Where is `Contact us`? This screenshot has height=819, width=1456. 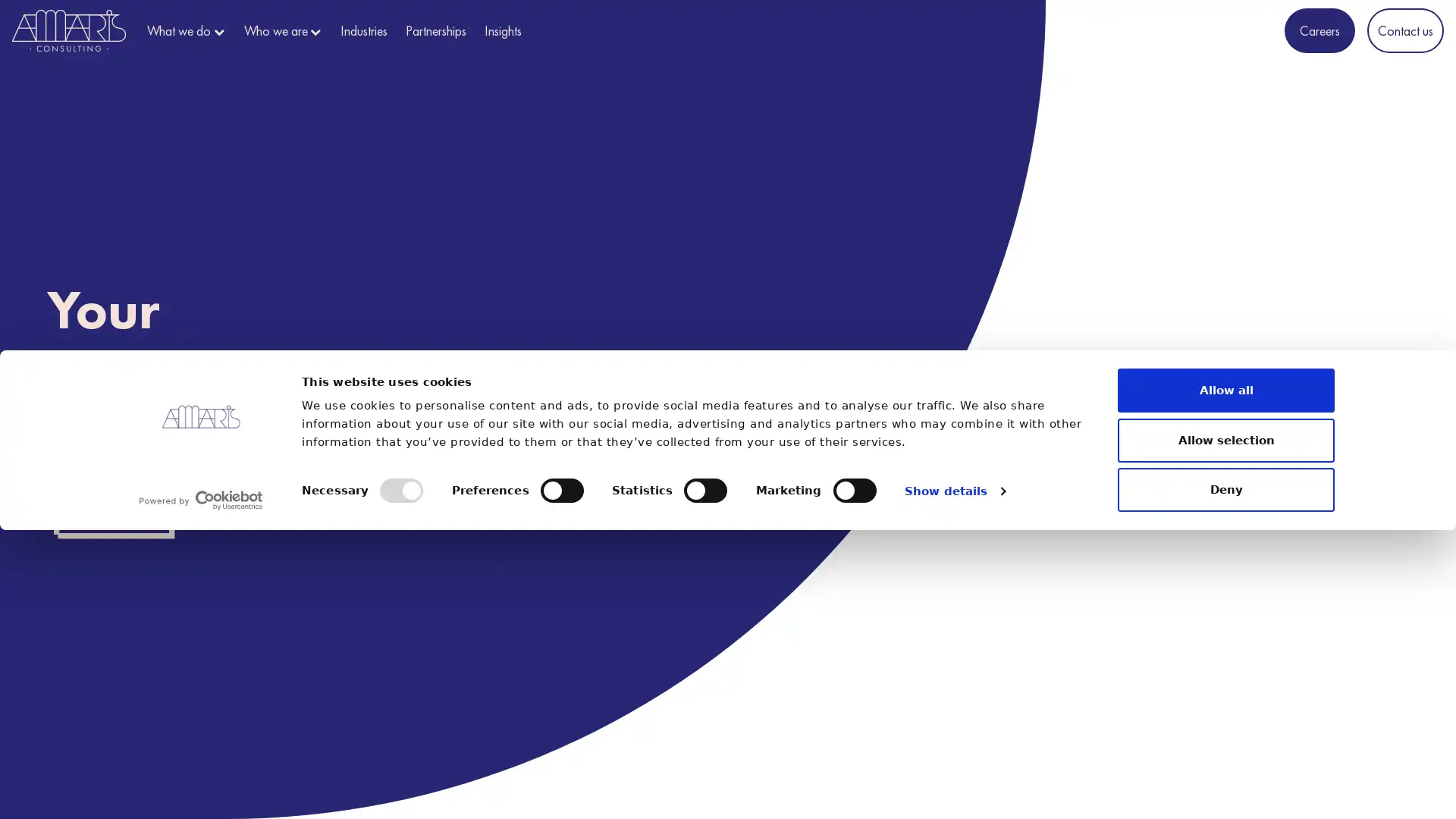 Contact us is located at coordinates (1404, 30).